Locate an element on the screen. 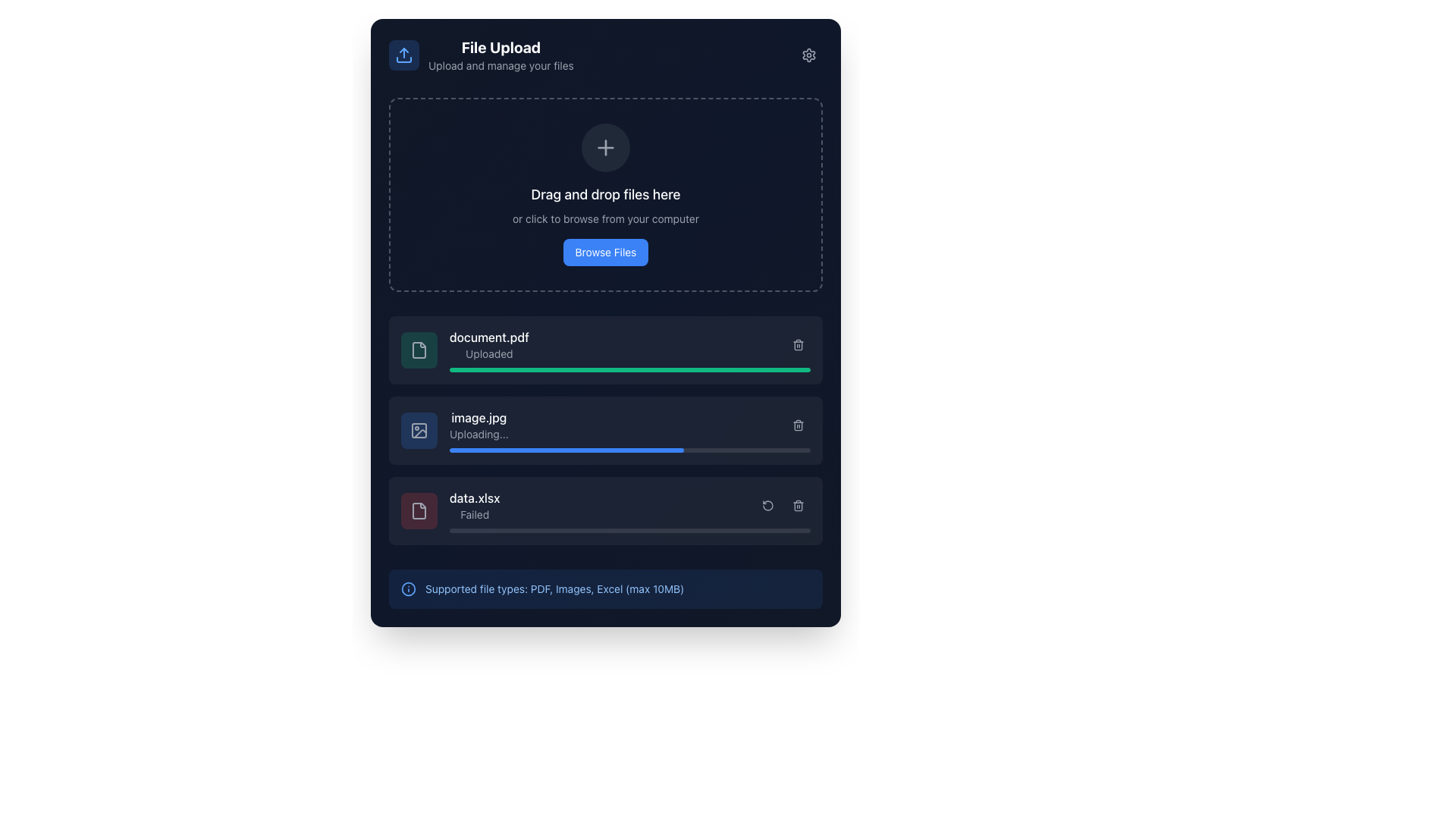 The image size is (1456, 819). the informational text display located at the bottom of the file upload interface, which provides details about acceptable file types and maximum file size is located at coordinates (604, 588).